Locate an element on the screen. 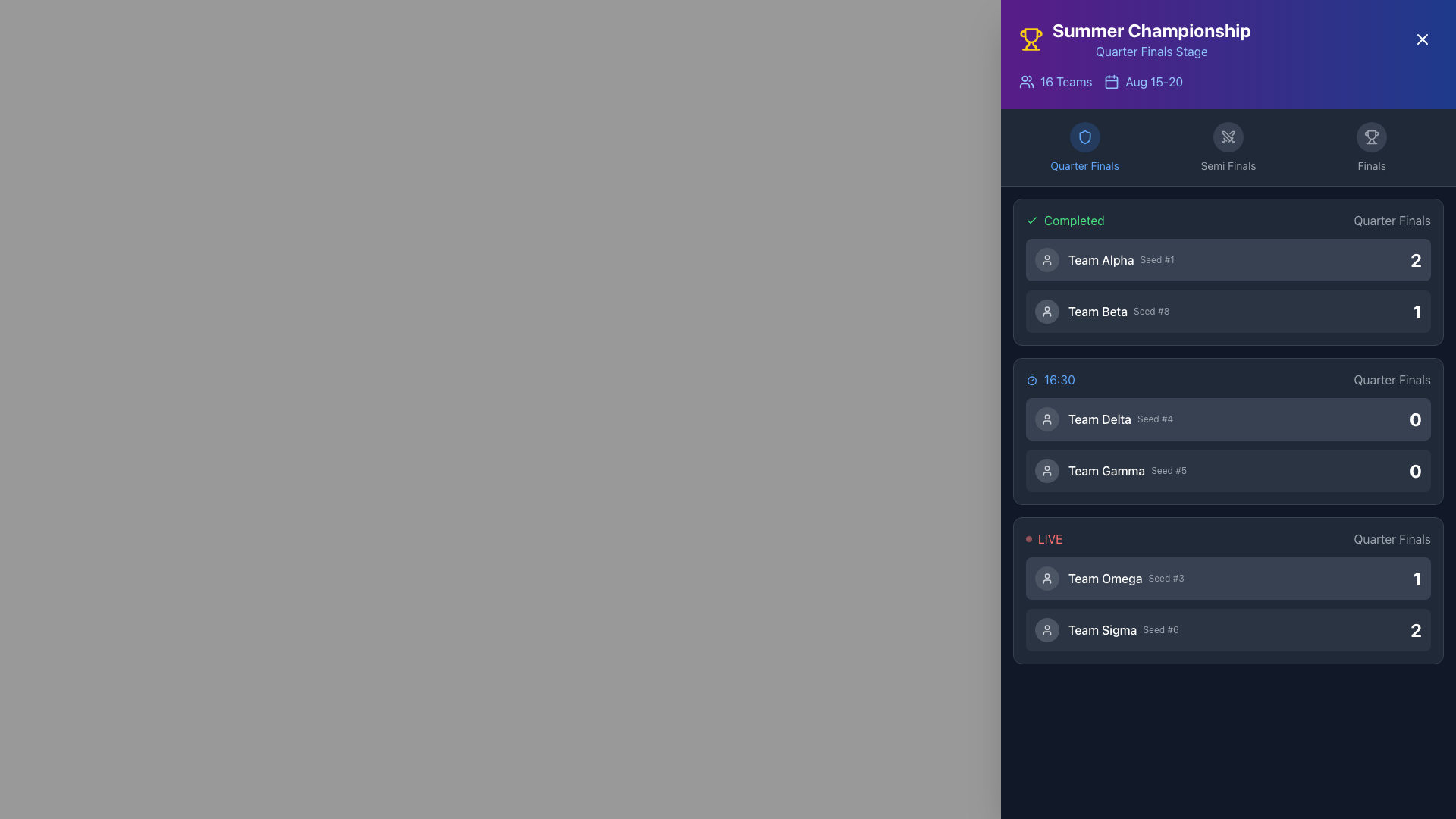 This screenshot has height=819, width=1456. the text label 'Team Beta' is located at coordinates (1098, 311).